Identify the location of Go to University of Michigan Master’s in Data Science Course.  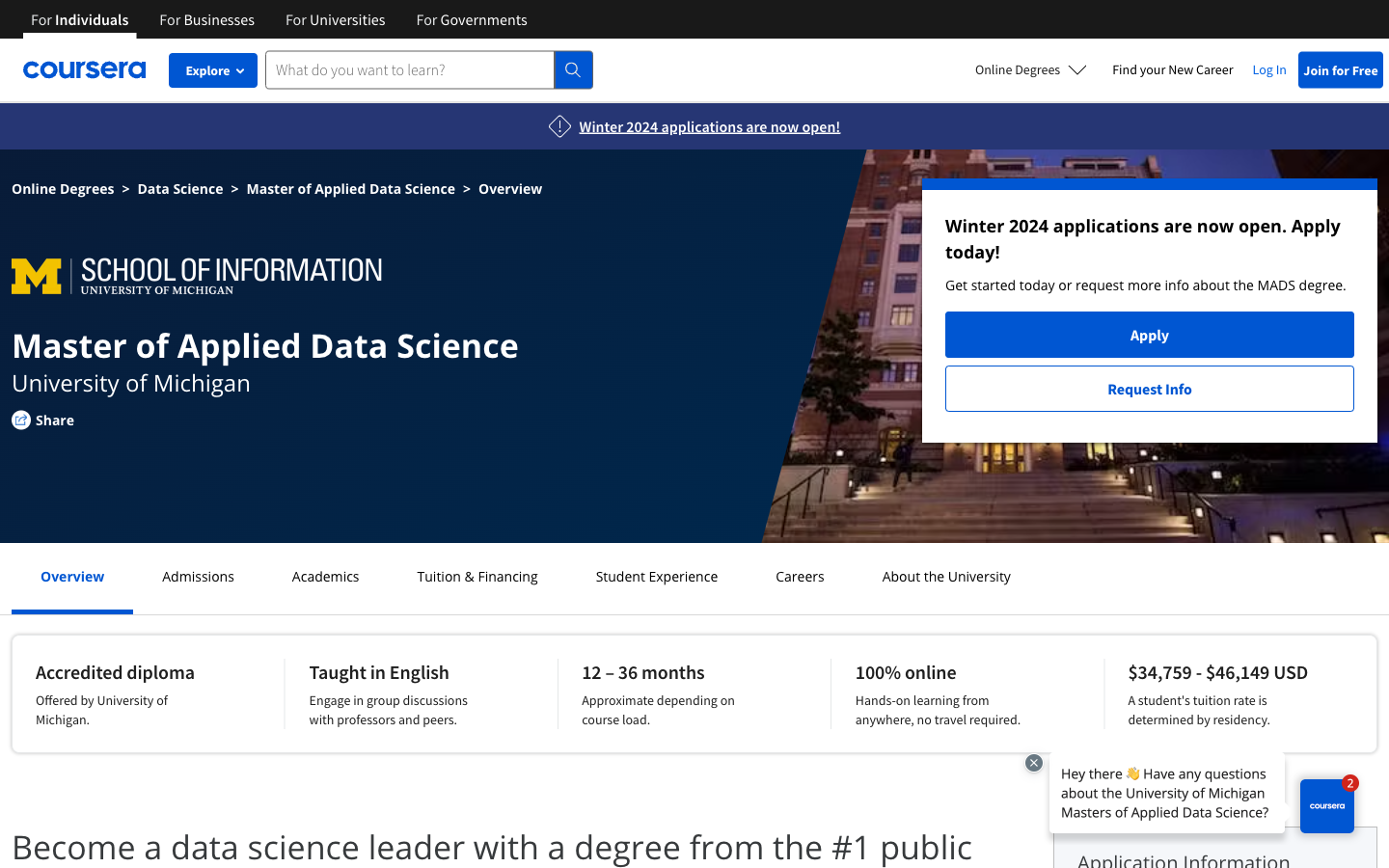
(180, 188).